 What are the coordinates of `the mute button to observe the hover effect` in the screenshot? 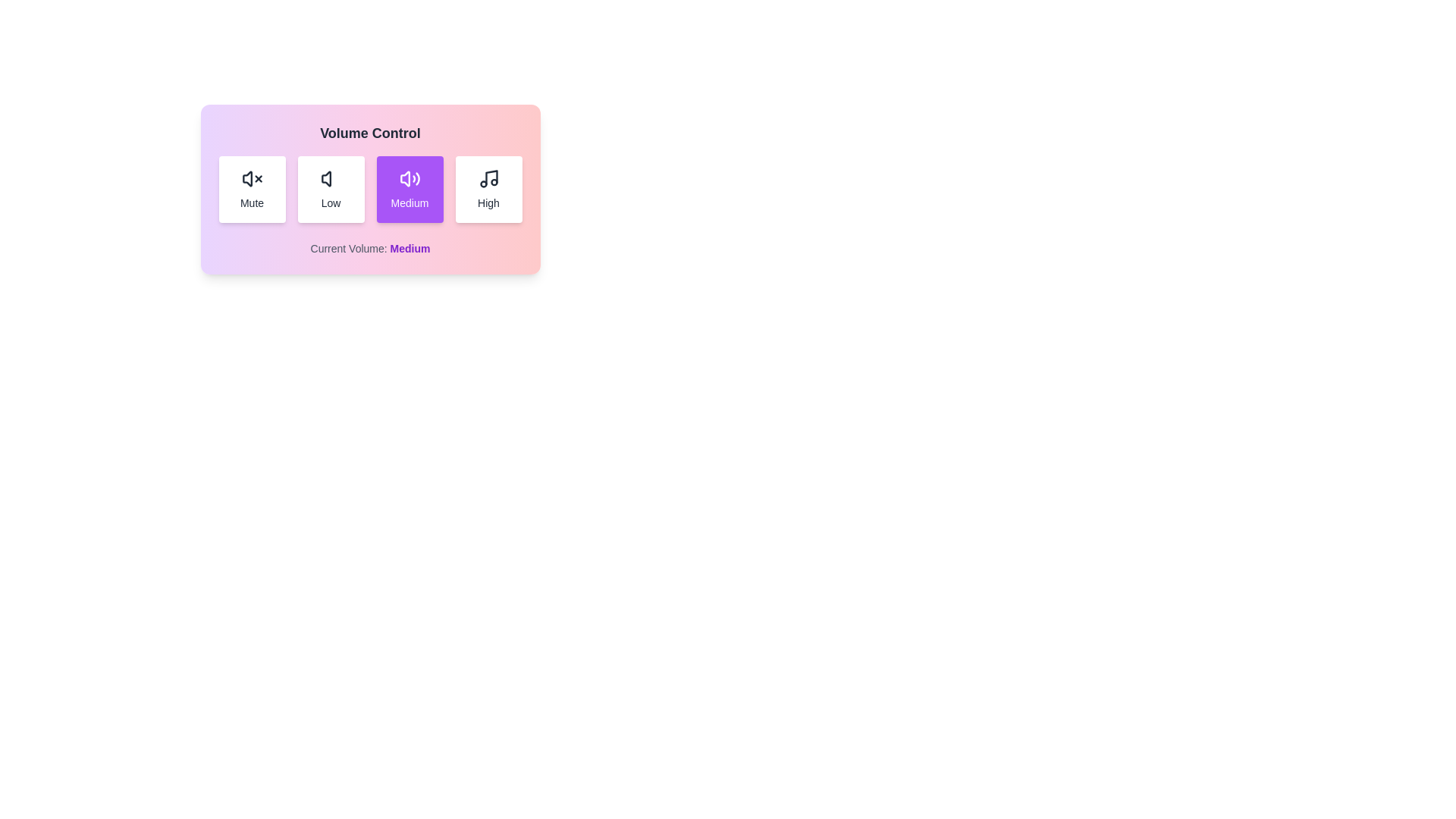 It's located at (252, 189).